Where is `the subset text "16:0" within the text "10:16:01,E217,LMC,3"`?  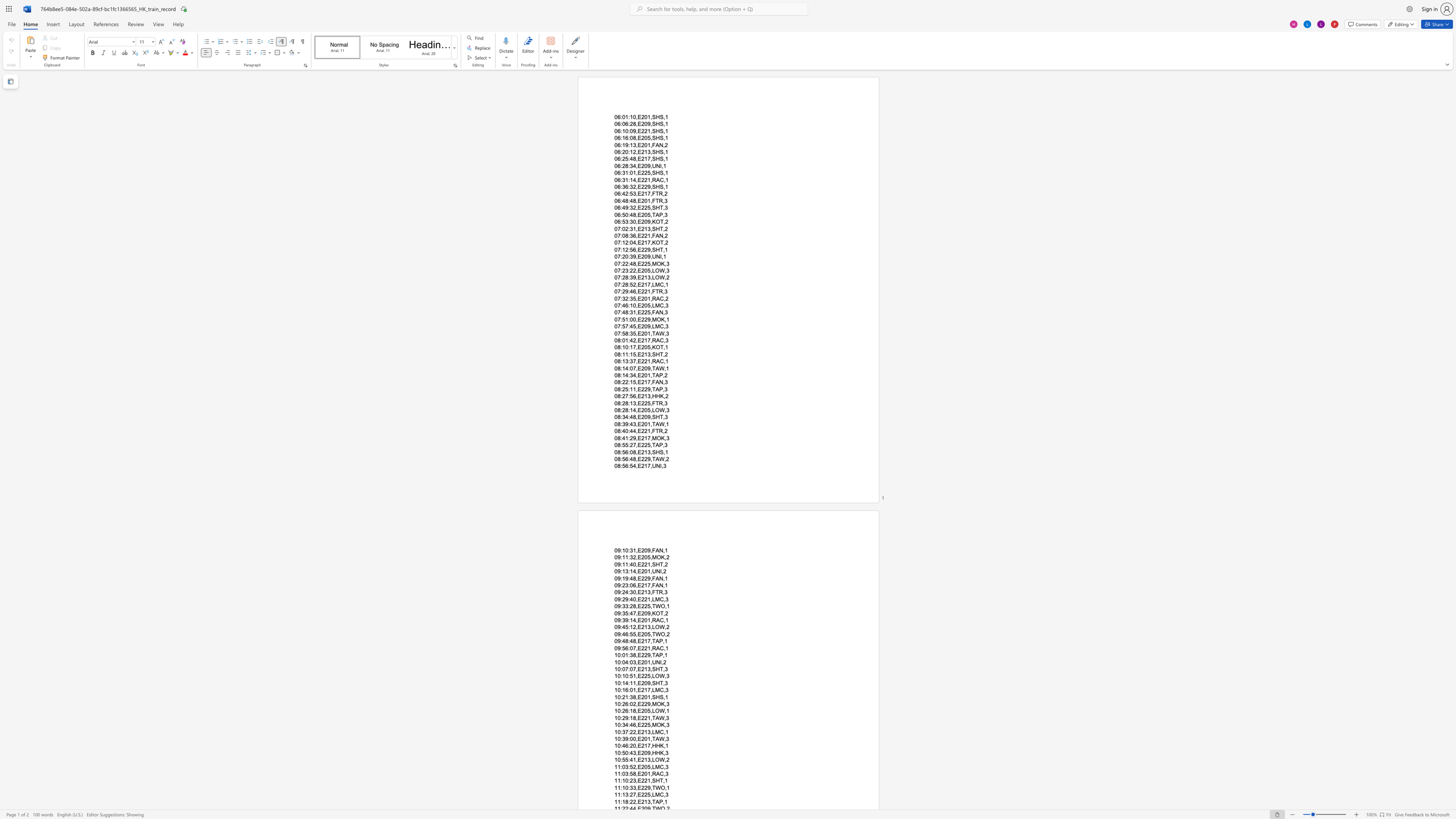 the subset text "16:0" within the text "10:16:01,E217,LMC,3" is located at coordinates (622, 690).